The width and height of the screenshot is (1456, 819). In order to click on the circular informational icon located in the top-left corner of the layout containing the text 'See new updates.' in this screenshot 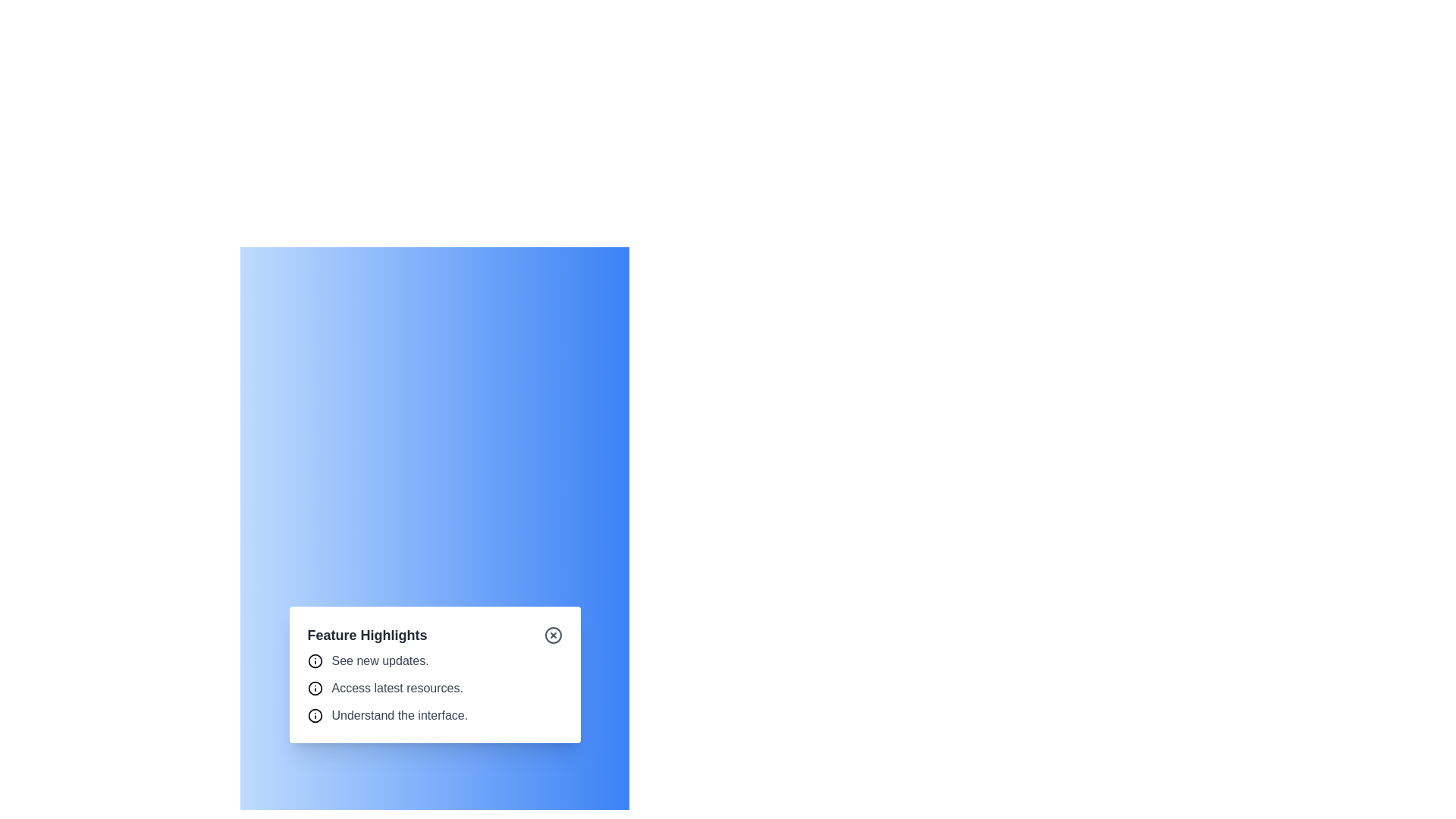, I will do `click(314, 660)`.